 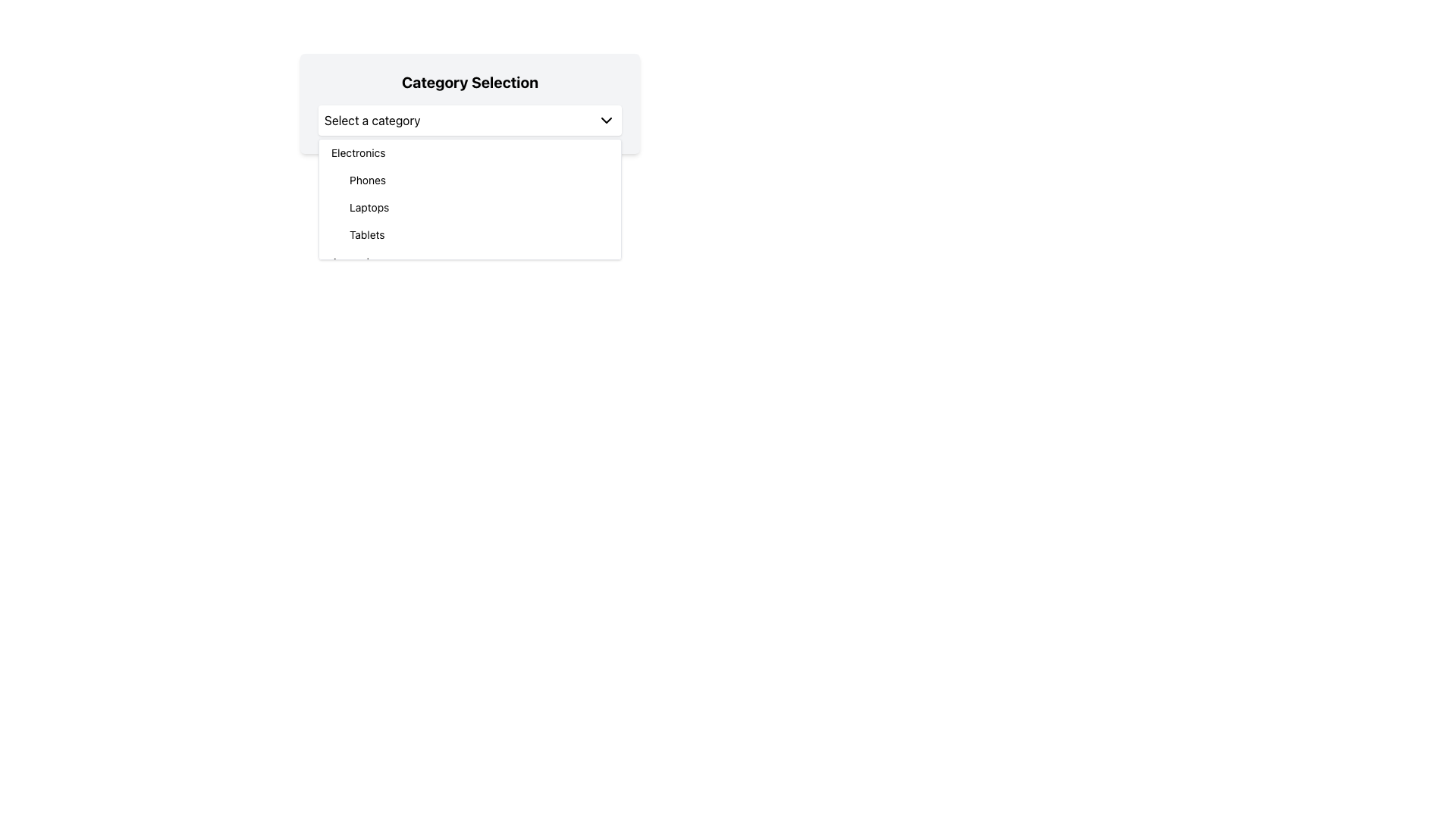 What do you see at coordinates (469, 207) in the screenshot?
I see `the dropdown menu item group containing 'Phones', 'Laptops', and 'Tablets'` at bounding box center [469, 207].